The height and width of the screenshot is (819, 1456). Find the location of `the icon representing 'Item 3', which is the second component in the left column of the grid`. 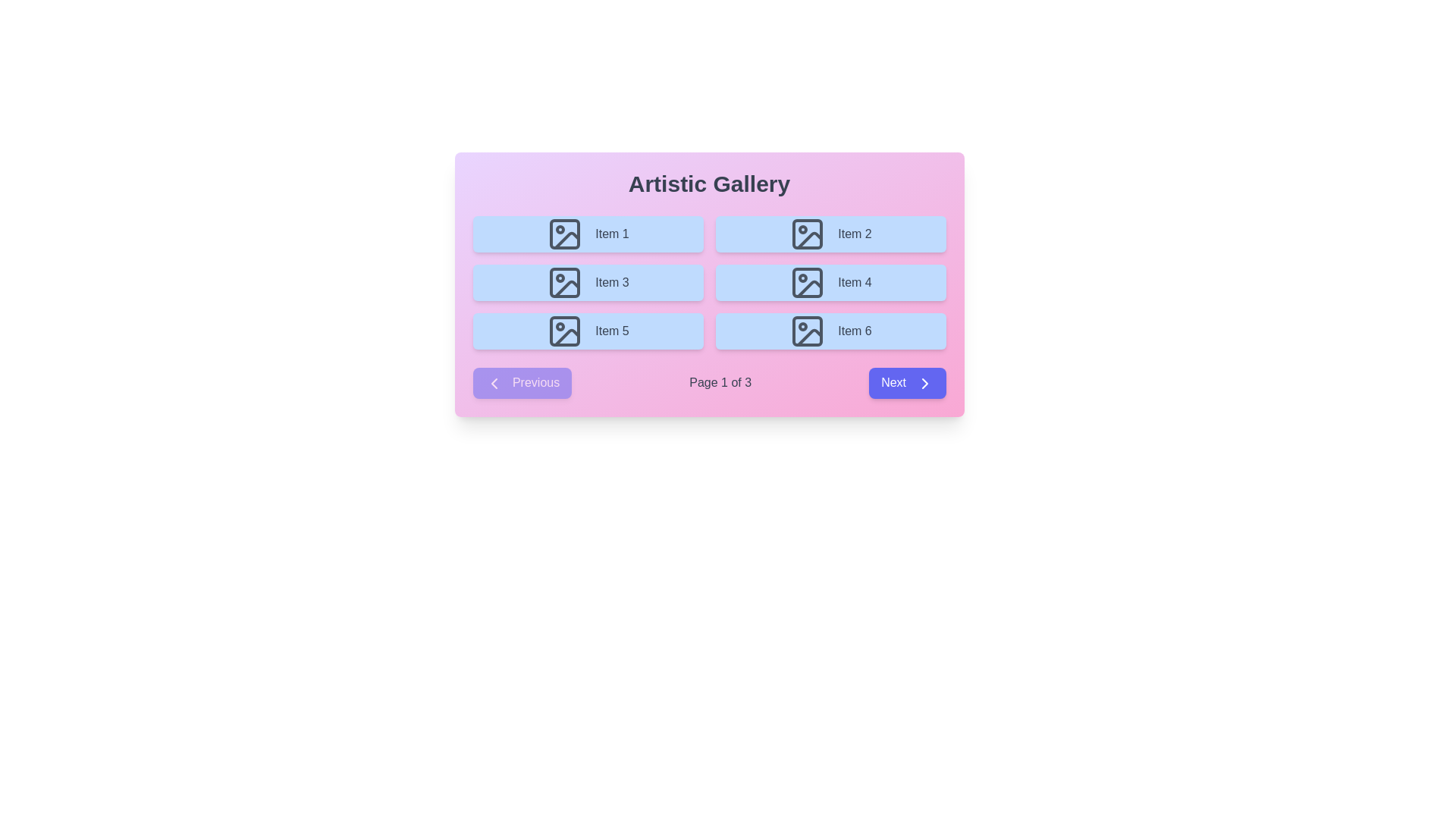

the icon representing 'Item 3', which is the second component in the left column of the grid is located at coordinates (564, 283).